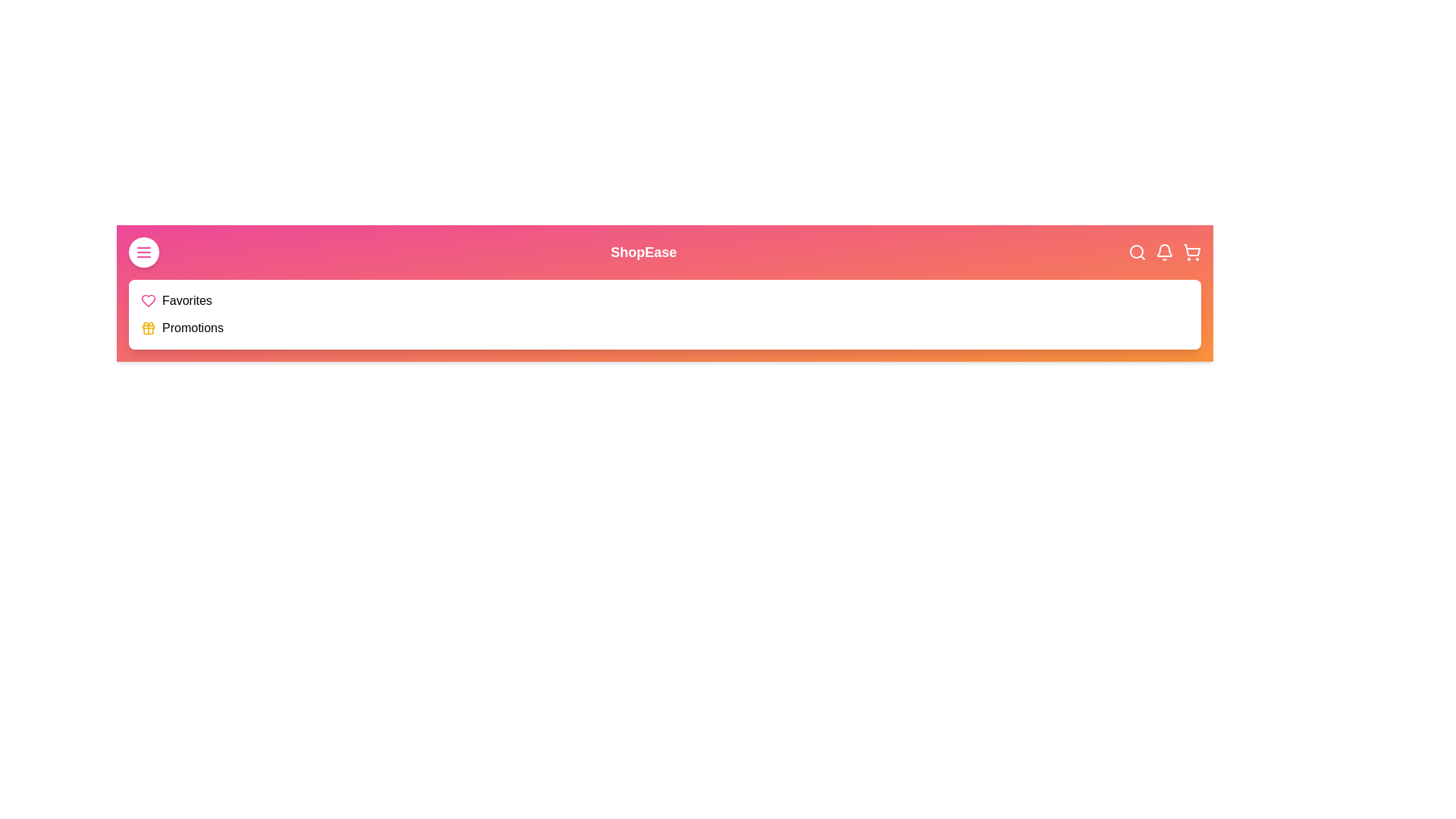  What do you see at coordinates (192, 327) in the screenshot?
I see `the navigation item Promotions in the EnhancedAppBar` at bounding box center [192, 327].